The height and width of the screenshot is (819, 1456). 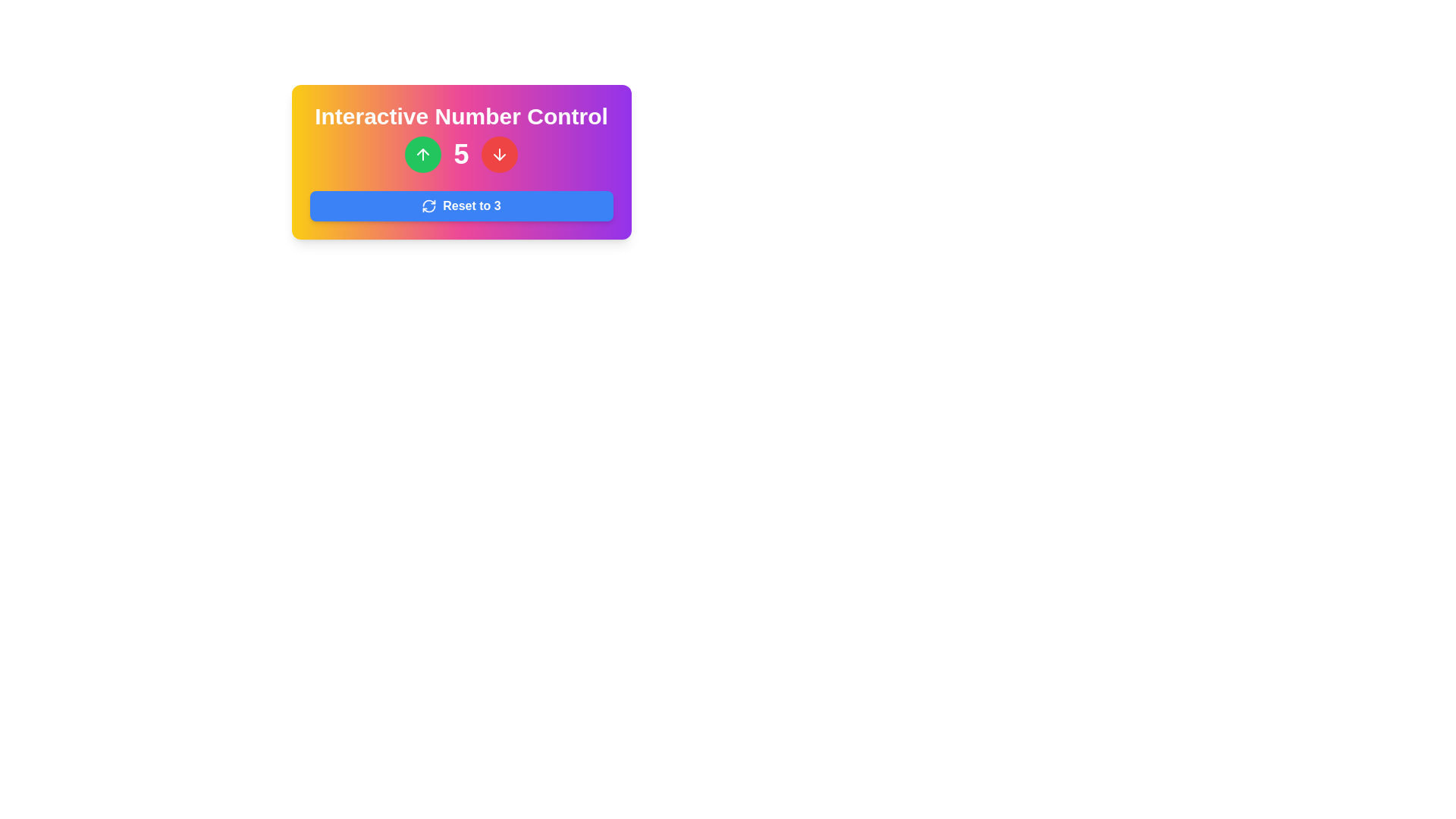 What do you see at coordinates (460, 155) in the screenshot?
I see `the large, bold number '5' displayed centrally on a vibrant gradient background, which is part of the interactive number control component` at bounding box center [460, 155].